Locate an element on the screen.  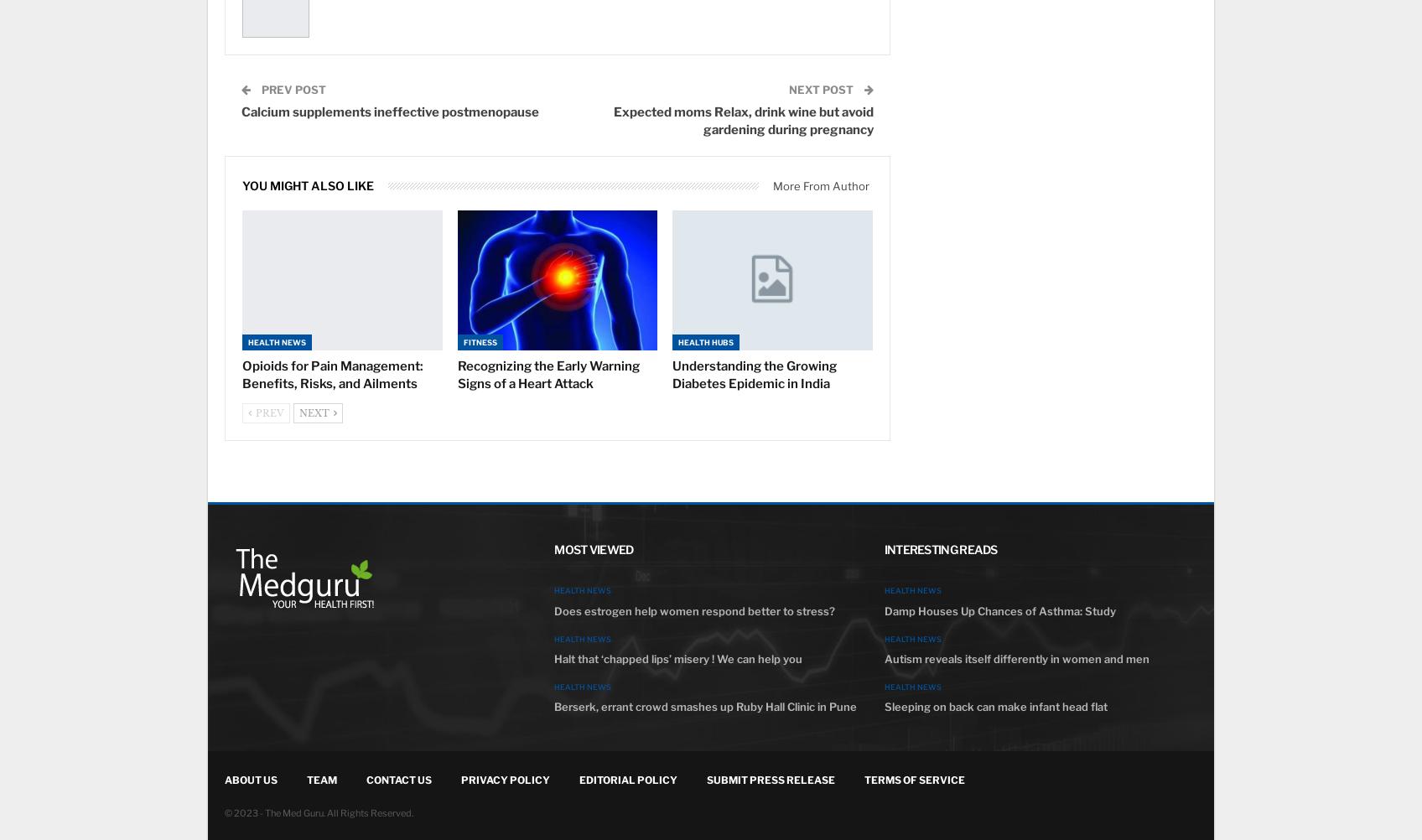
'Interesting reads' is located at coordinates (939, 548).